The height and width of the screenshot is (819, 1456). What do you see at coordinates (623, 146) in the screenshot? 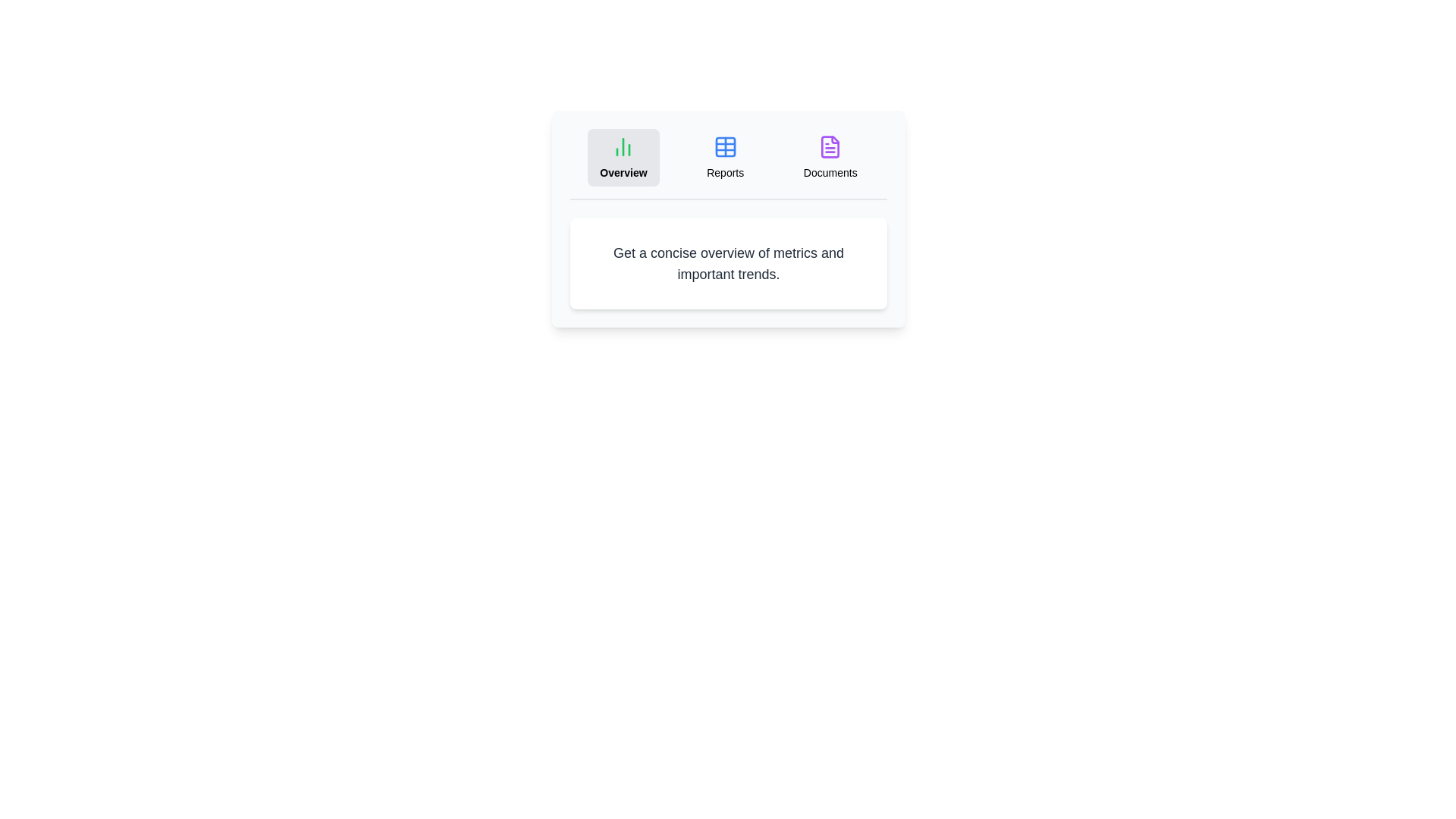
I see `the icon of the Overview tab` at bounding box center [623, 146].